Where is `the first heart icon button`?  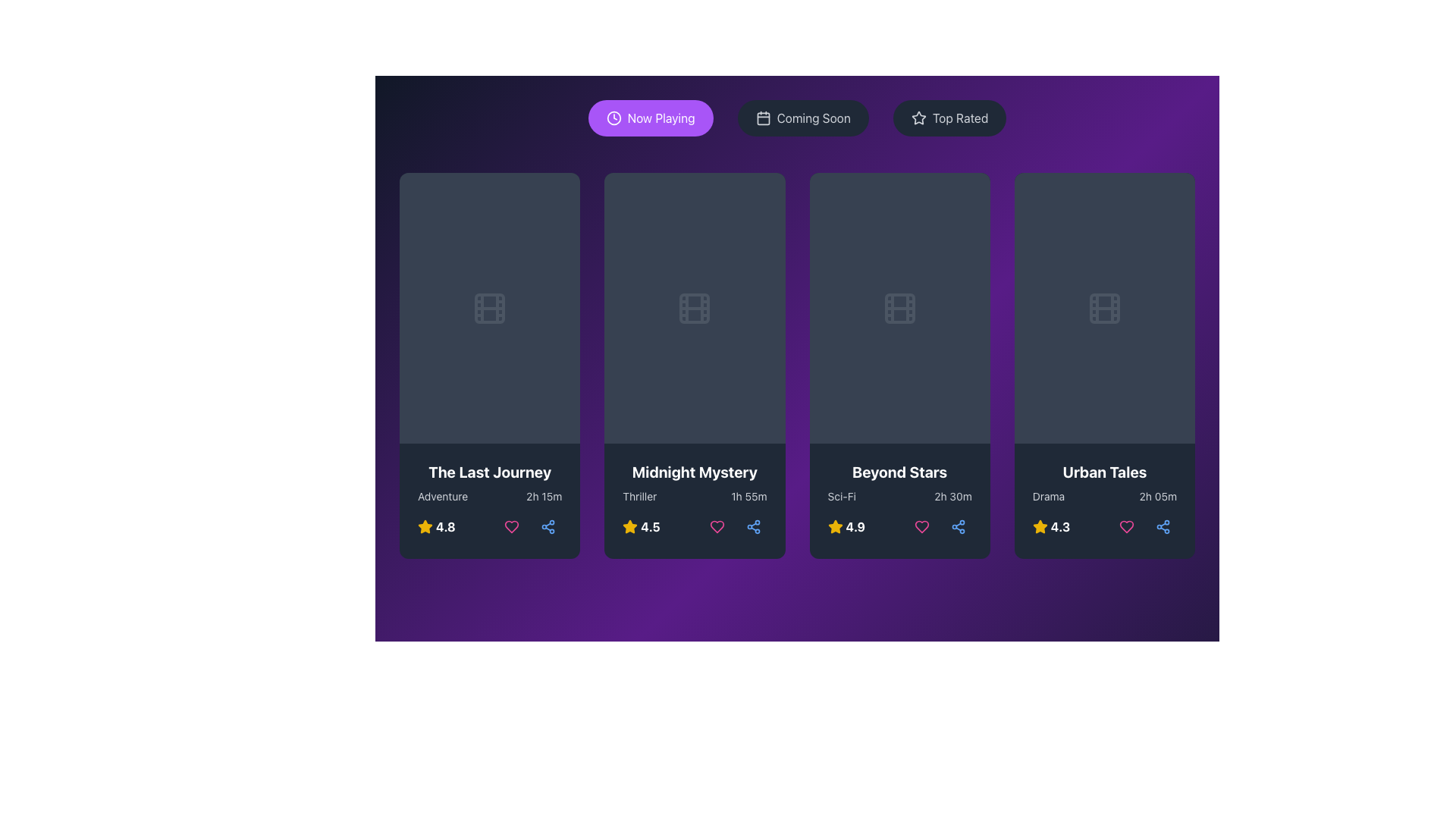 the first heart icon button is located at coordinates (512, 526).